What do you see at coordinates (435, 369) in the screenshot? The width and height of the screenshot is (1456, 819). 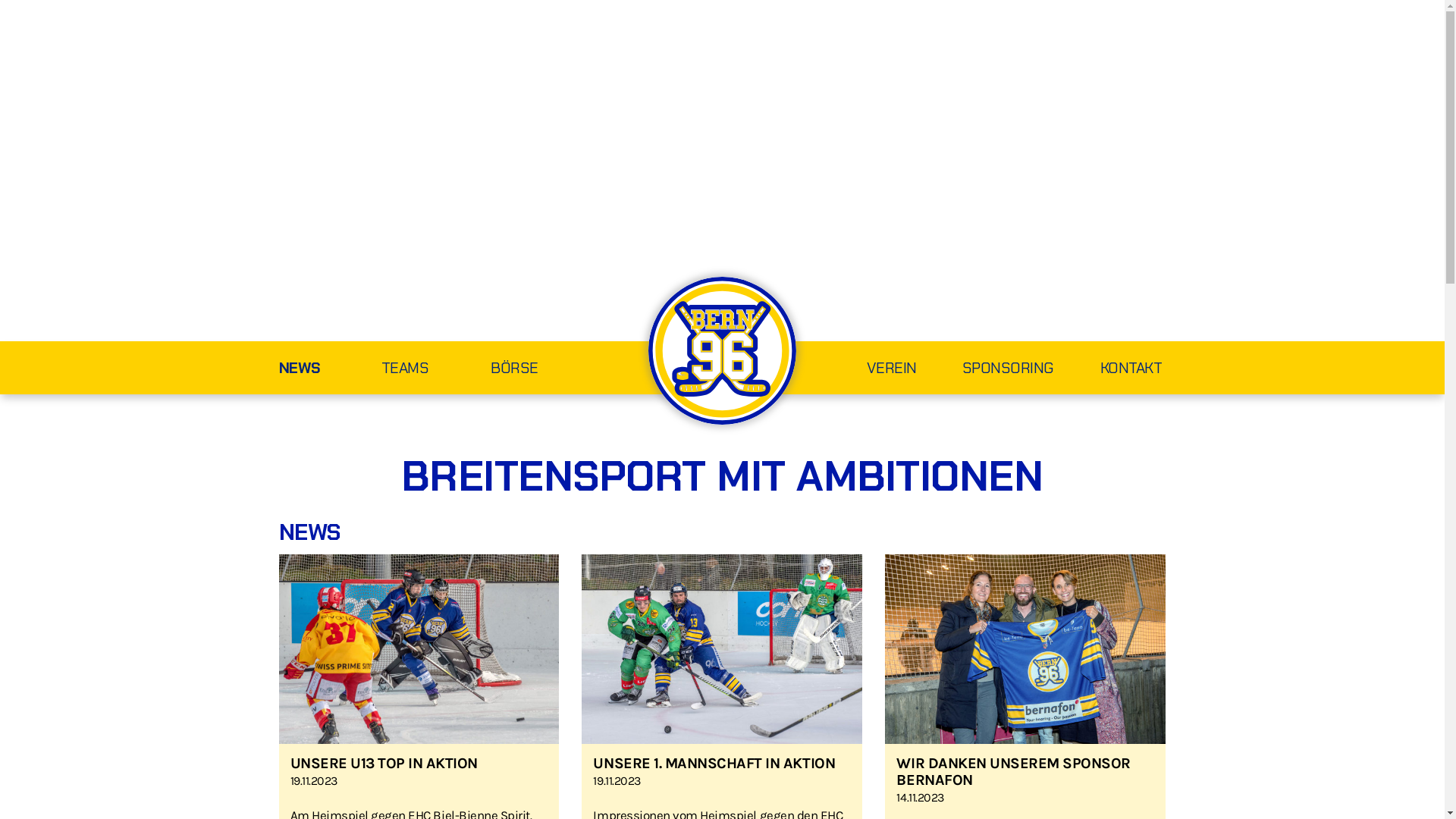 I see `'TEAMS'` at bounding box center [435, 369].